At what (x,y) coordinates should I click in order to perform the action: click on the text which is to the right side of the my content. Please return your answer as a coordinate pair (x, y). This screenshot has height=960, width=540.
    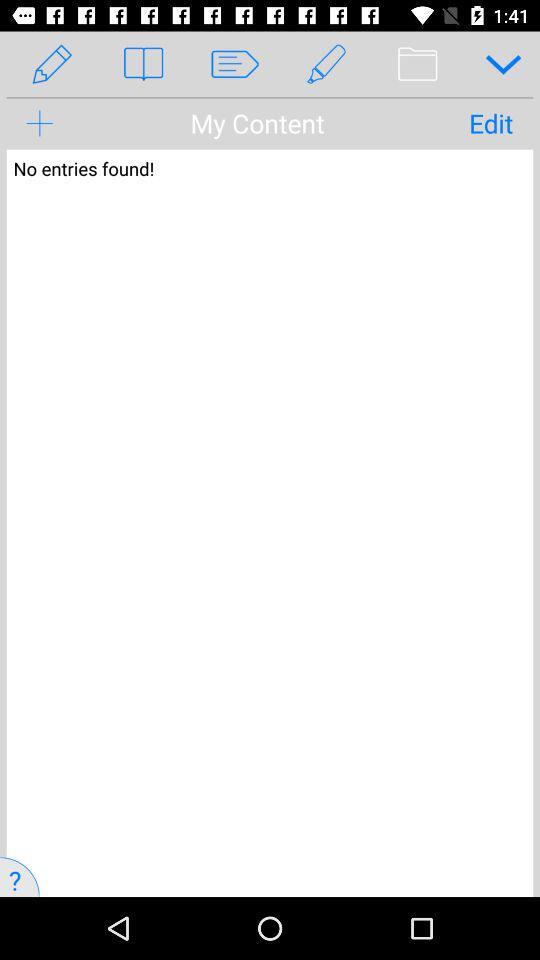
    Looking at the image, I should click on (490, 122).